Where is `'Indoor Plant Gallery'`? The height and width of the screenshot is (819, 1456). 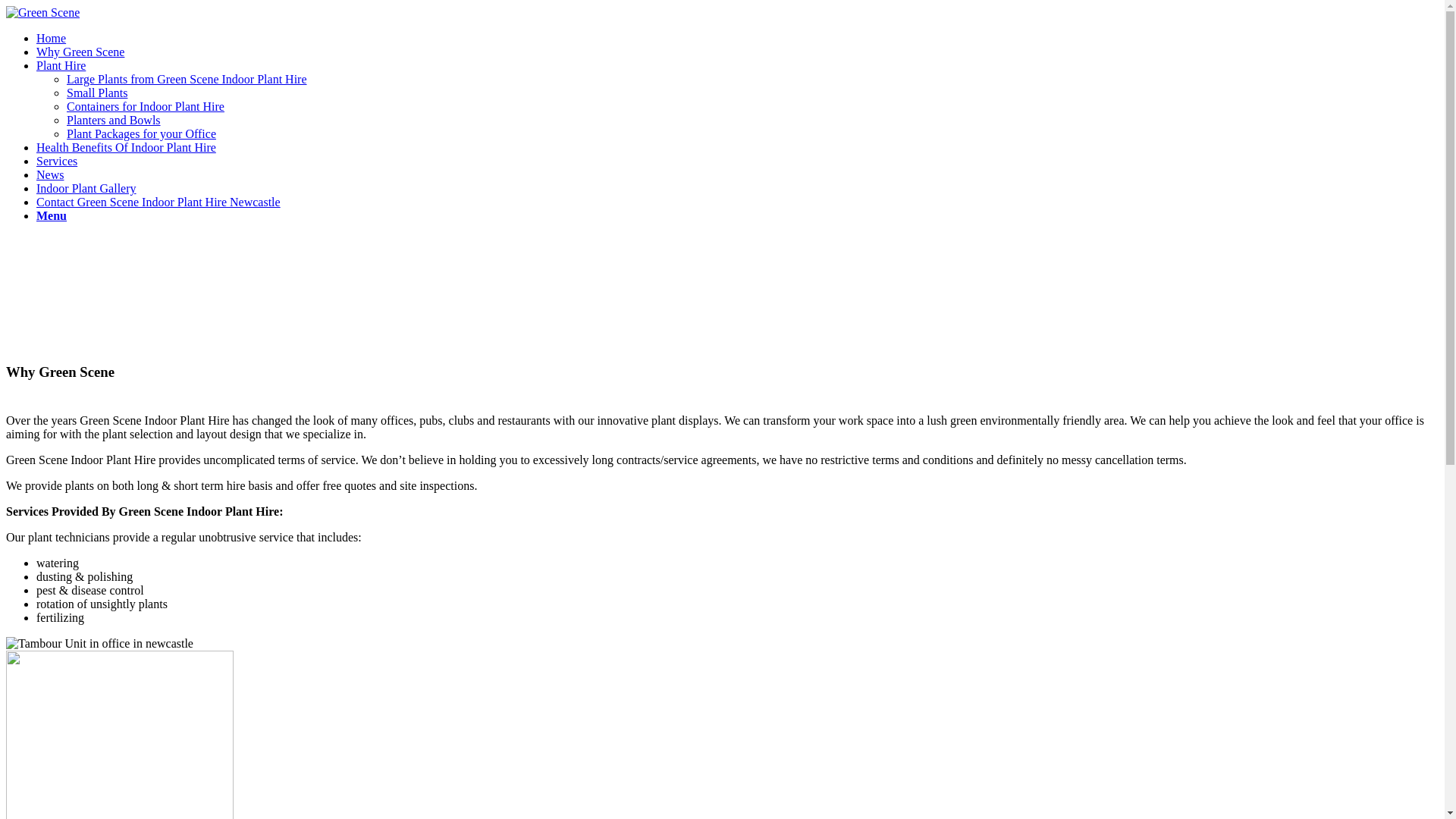
'Indoor Plant Gallery' is located at coordinates (36, 187).